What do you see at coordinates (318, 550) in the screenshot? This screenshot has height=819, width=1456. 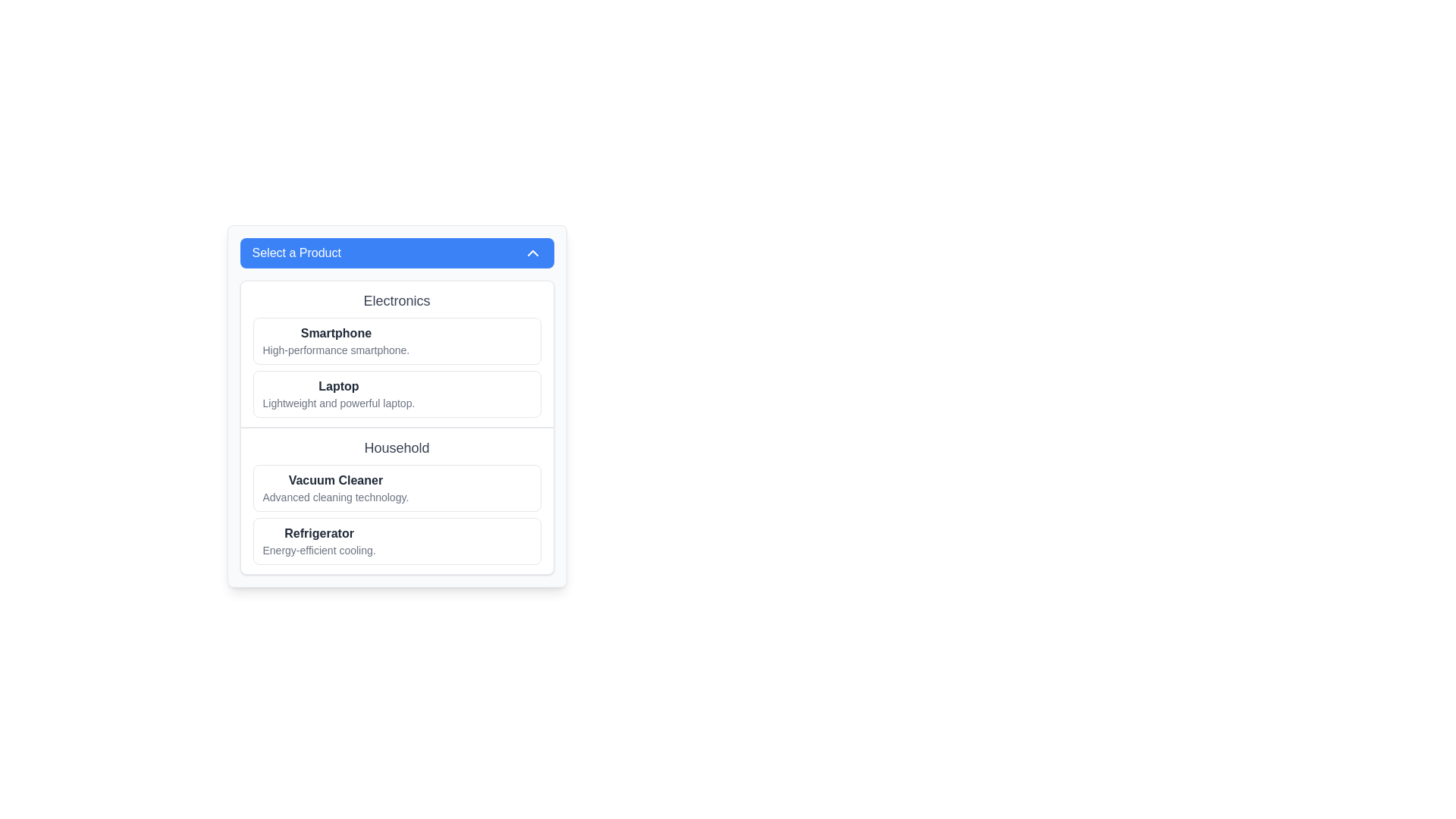 I see `the text label providing additional information about the 'Refrigerator' item, which is located directly below the bold title 'Refrigerator' in the 'Household' category` at bounding box center [318, 550].